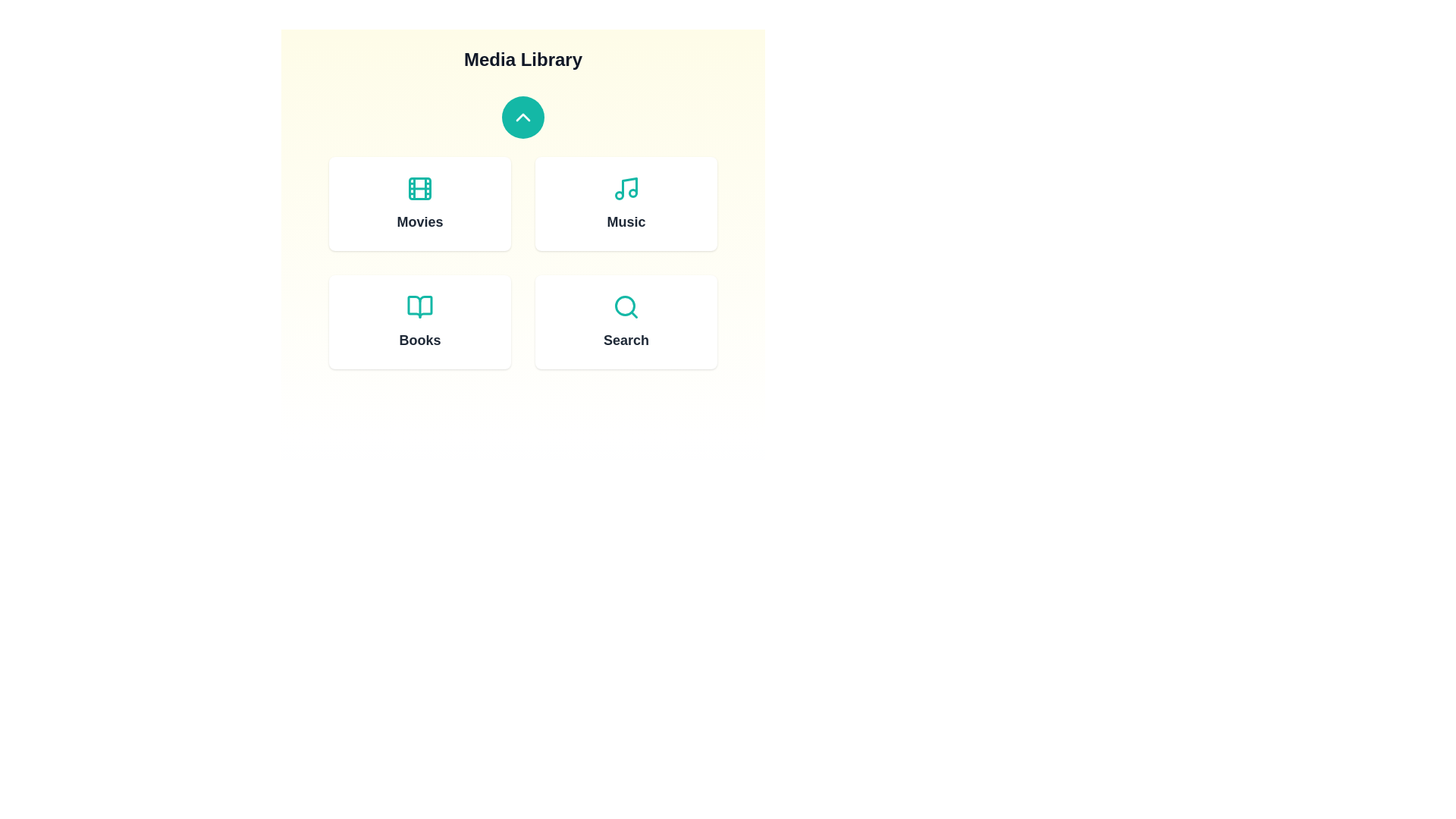 The height and width of the screenshot is (819, 1456). What do you see at coordinates (419, 321) in the screenshot?
I see `the section card labeled Books` at bounding box center [419, 321].